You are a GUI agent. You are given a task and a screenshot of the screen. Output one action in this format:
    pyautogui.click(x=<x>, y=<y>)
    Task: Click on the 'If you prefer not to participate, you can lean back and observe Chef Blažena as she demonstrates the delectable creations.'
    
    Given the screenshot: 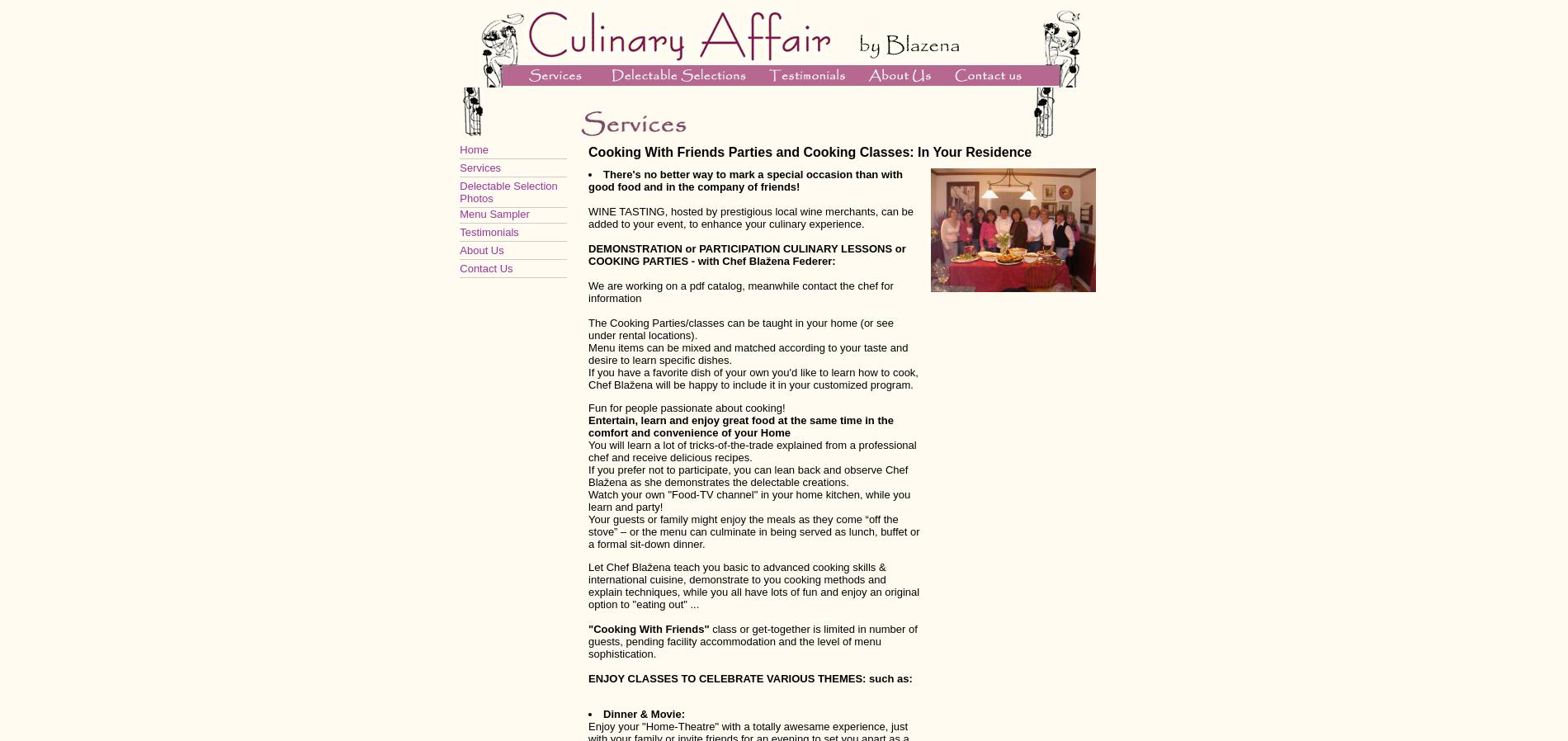 What is the action you would take?
    pyautogui.click(x=588, y=474)
    